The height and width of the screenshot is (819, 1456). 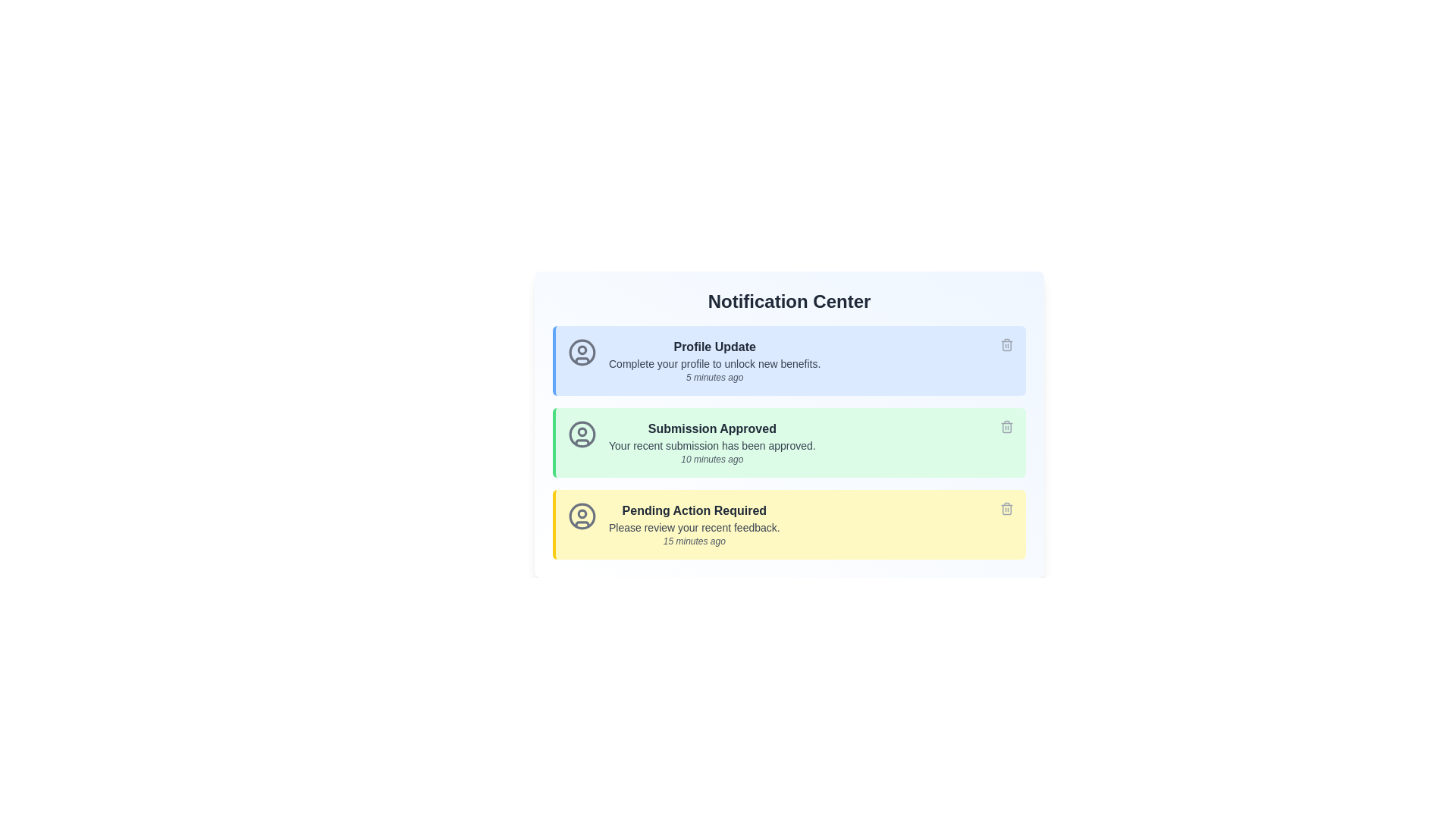 I want to click on information presented in the Notification card that informs the user about the approval of their recent submission, which is the second item in the Notification Center, so click(x=789, y=424).